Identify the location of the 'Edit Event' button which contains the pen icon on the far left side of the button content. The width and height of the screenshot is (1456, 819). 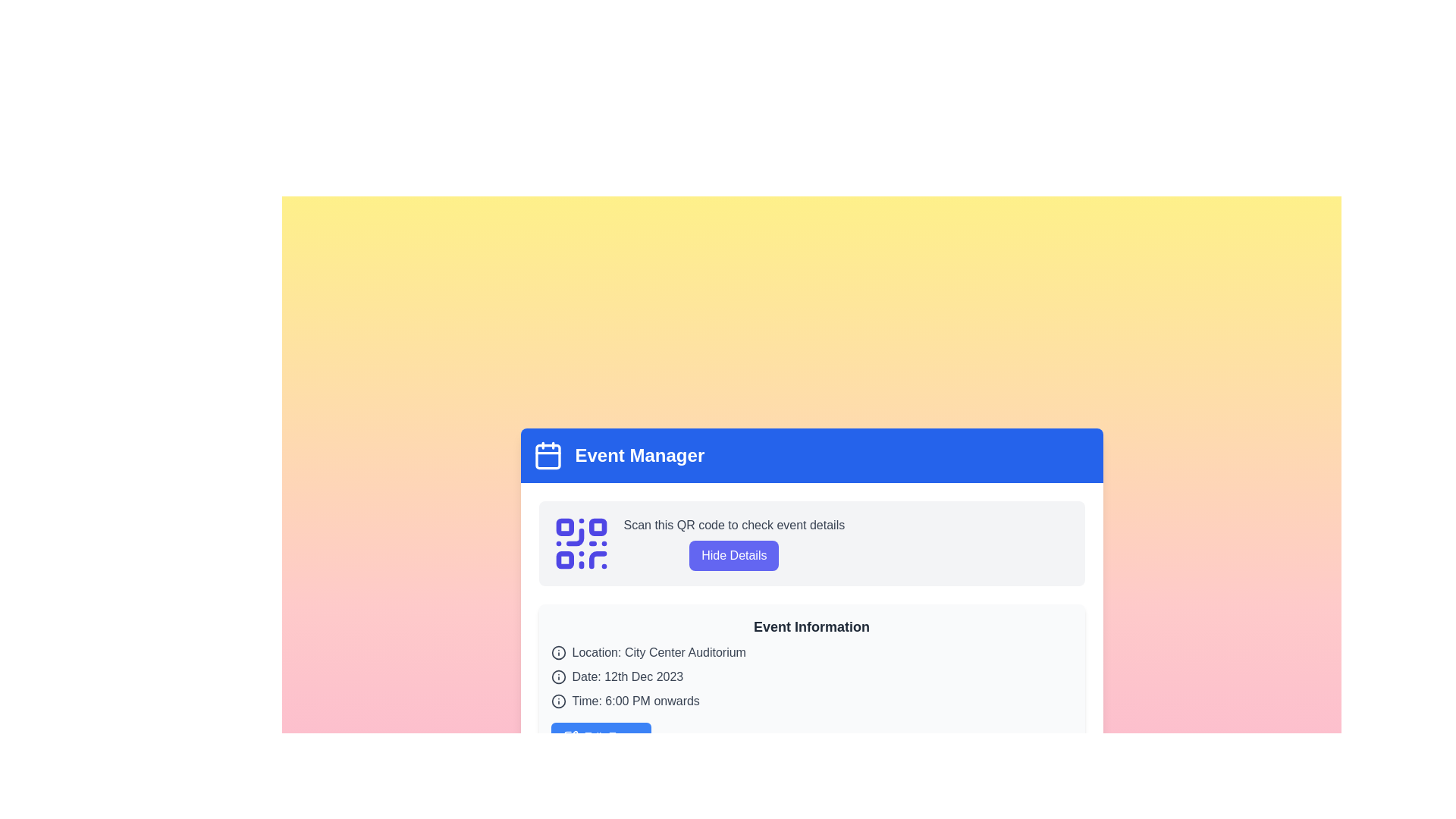
(570, 736).